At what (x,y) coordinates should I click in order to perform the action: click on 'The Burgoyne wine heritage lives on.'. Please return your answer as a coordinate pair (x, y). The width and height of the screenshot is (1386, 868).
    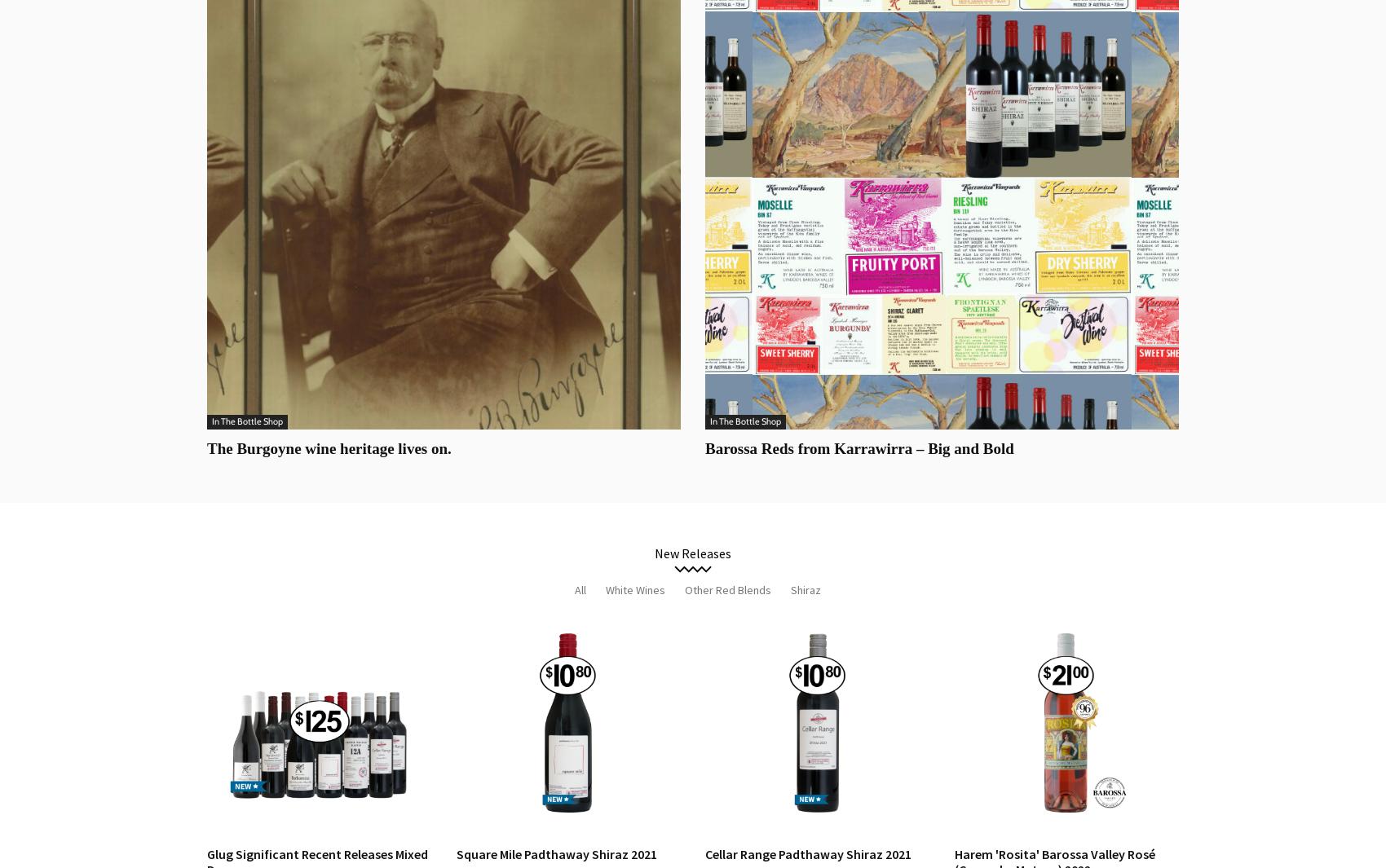
    Looking at the image, I should click on (328, 448).